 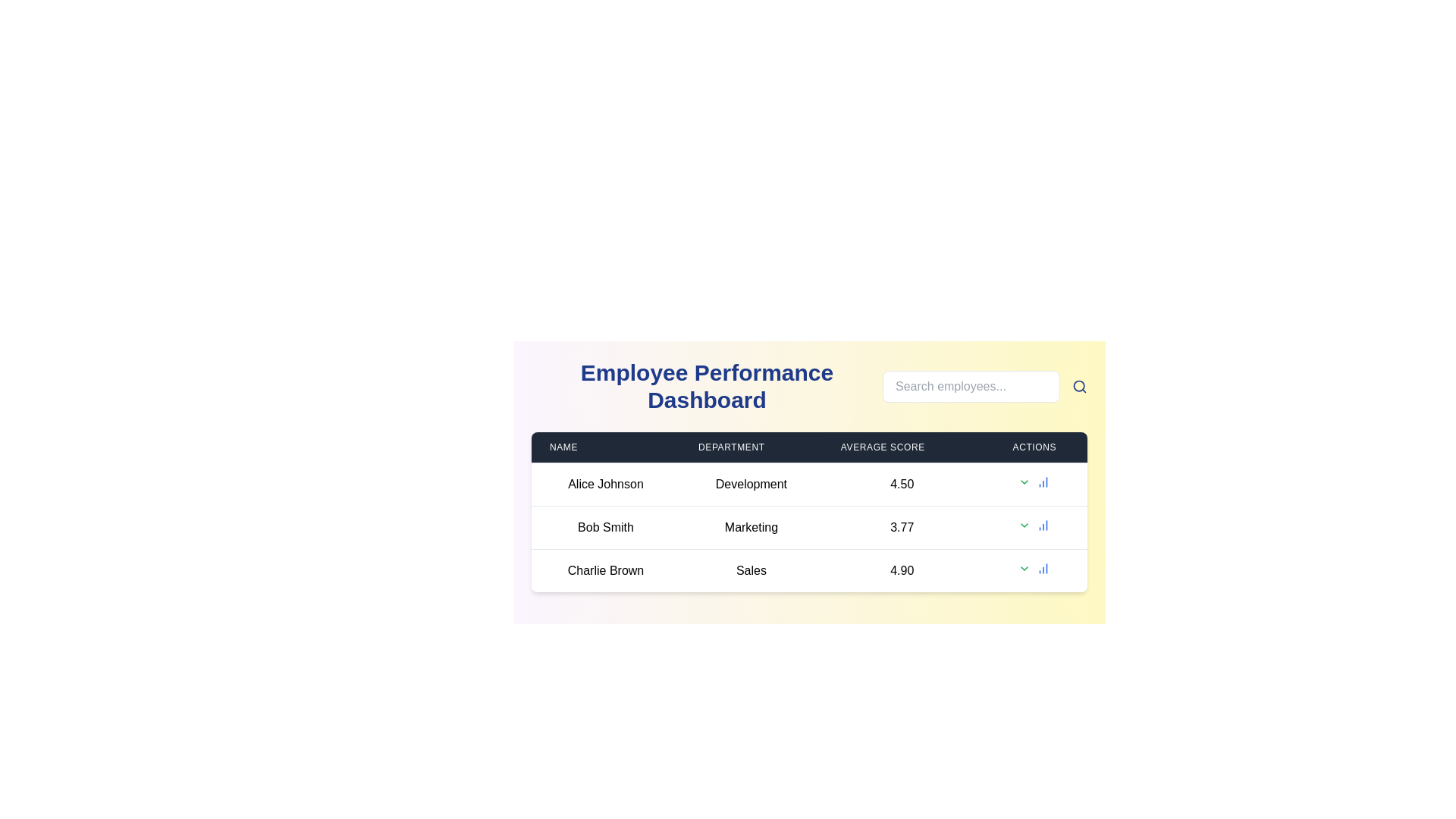 I want to click on the third table row containing 'Charlie Brown', 'Sales', and '4.90', so click(x=808, y=570).